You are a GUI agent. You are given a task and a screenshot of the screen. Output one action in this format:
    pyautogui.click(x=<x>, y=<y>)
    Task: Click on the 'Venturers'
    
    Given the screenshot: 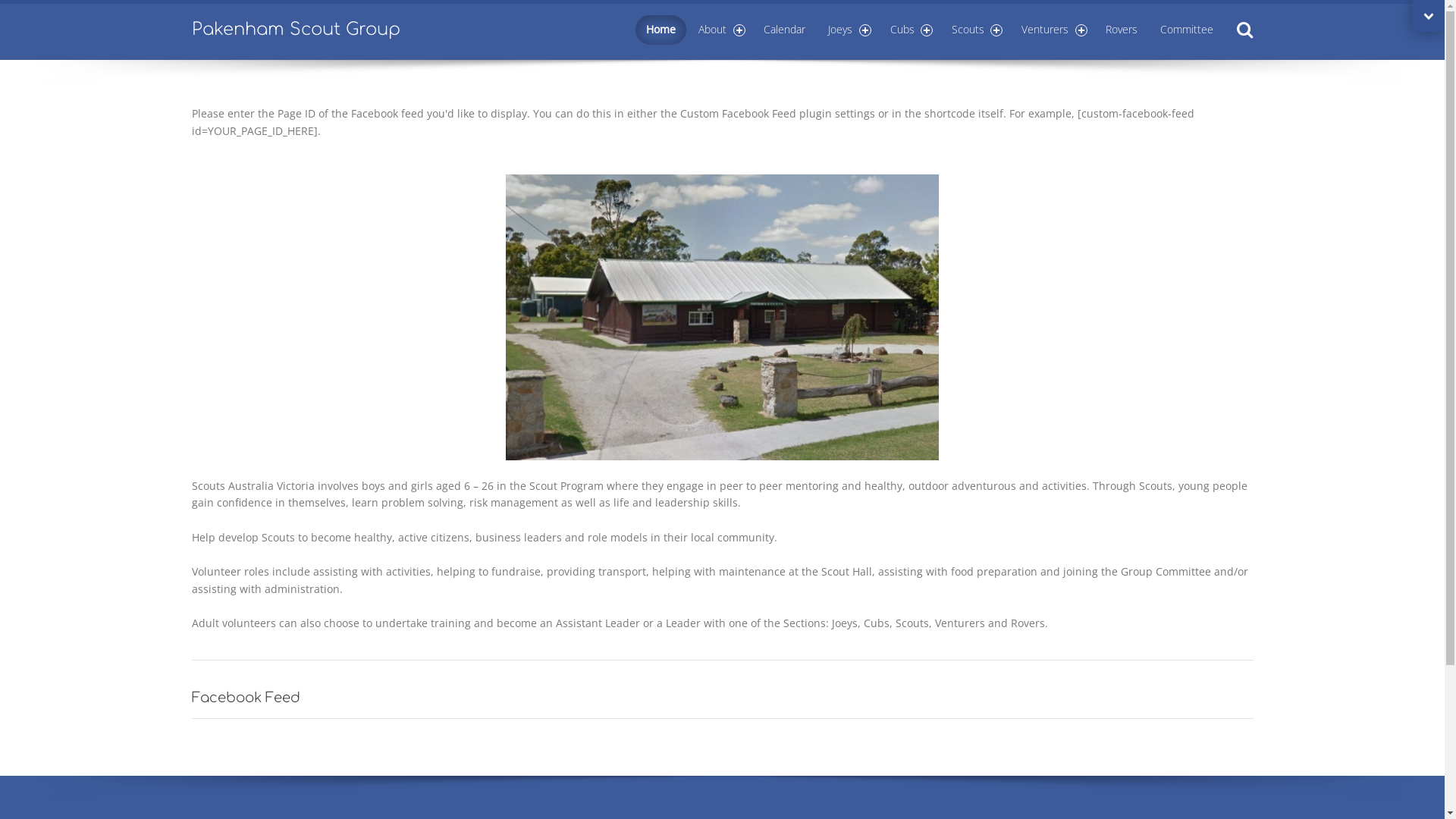 What is the action you would take?
    pyautogui.click(x=1051, y=30)
    